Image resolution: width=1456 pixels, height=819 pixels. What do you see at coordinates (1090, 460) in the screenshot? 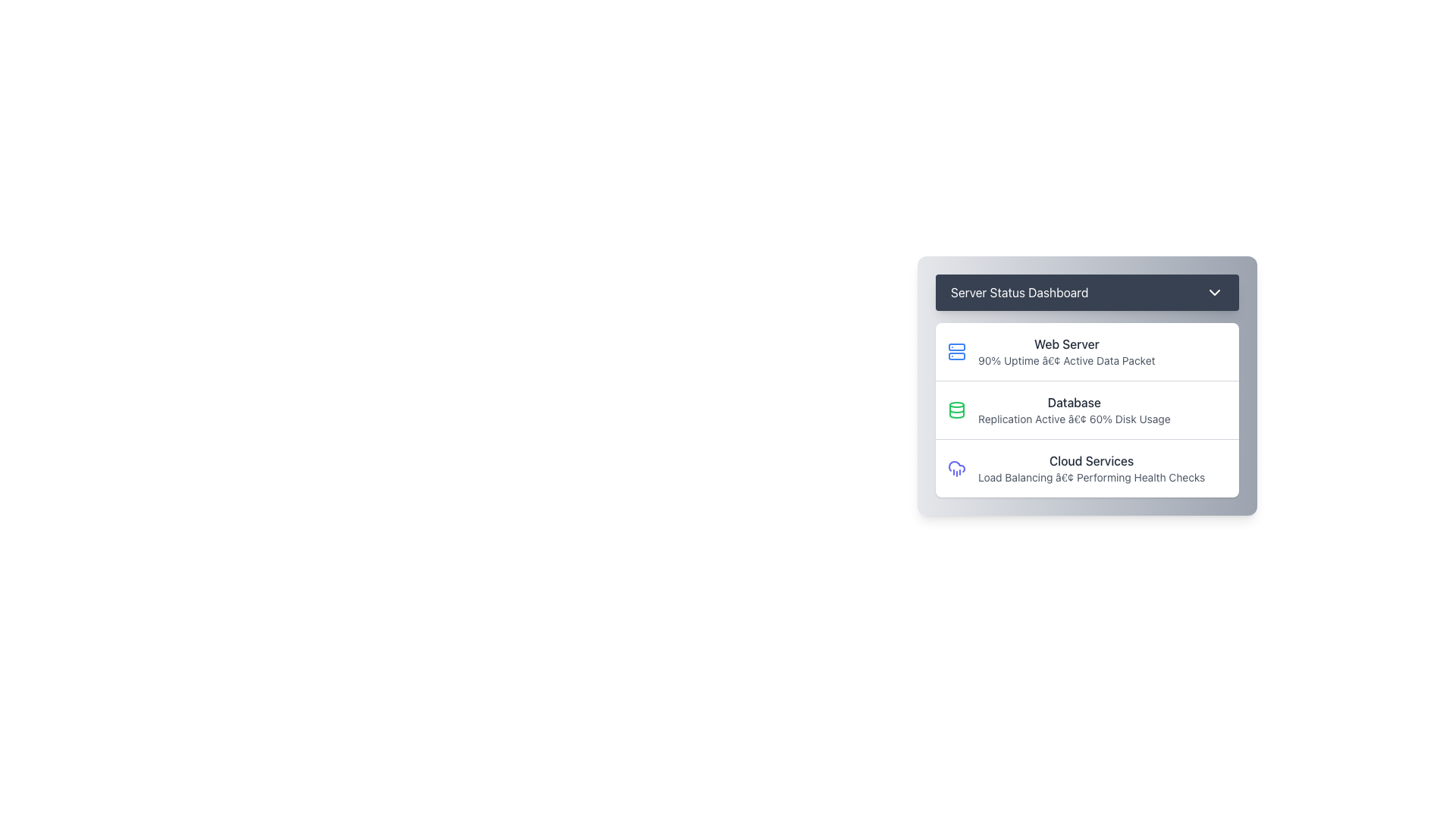
I see `the 'Cloud Services' text label, which is prominently displayed in bold dark gray font within the 'Server Status Dashboard' card, located above the description text 'Load Balancing • Performing Health Checks'` at bounding box center [1090, 460].